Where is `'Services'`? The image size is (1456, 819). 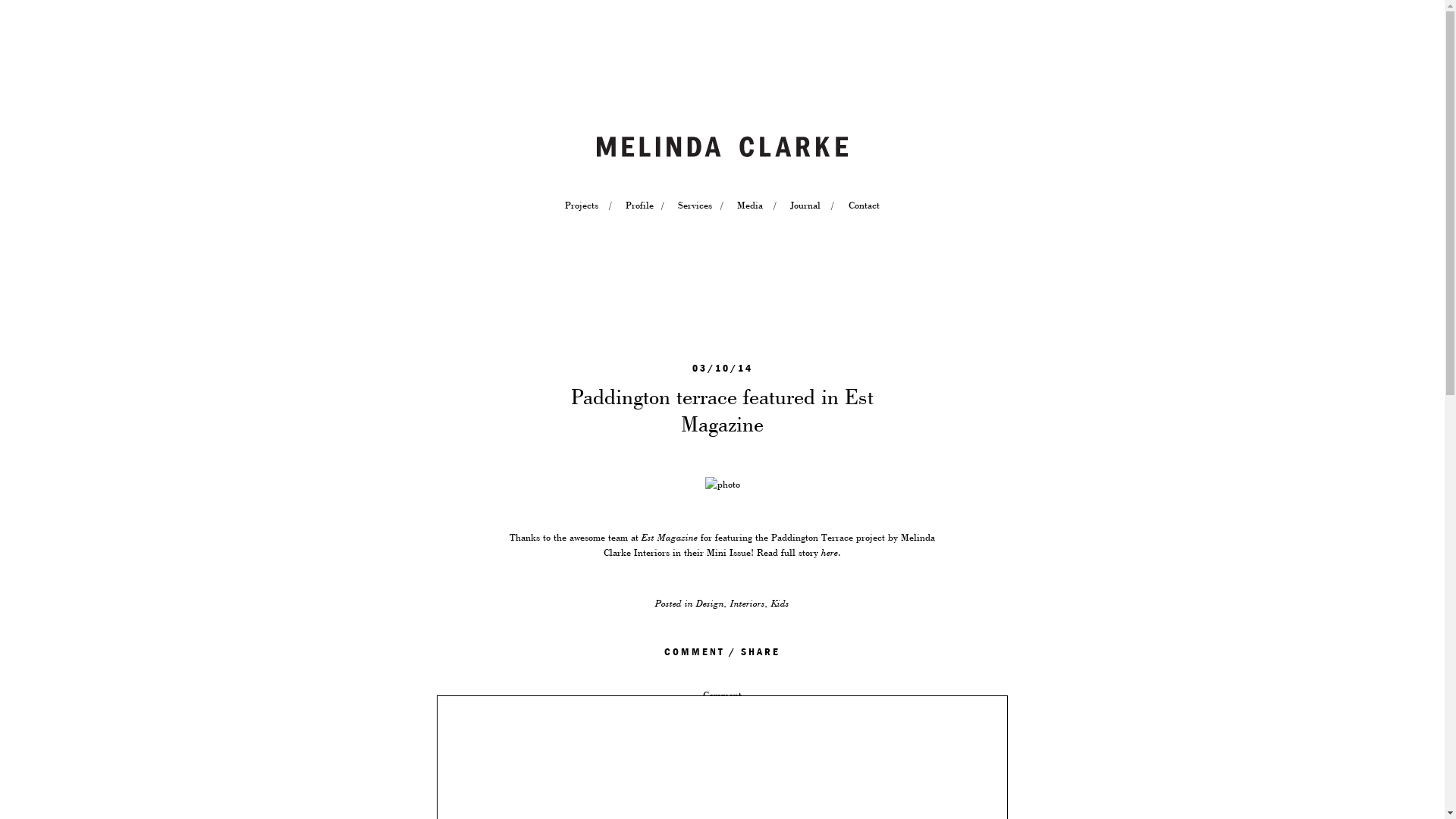
'Services' is located at coordinates (676, 205).